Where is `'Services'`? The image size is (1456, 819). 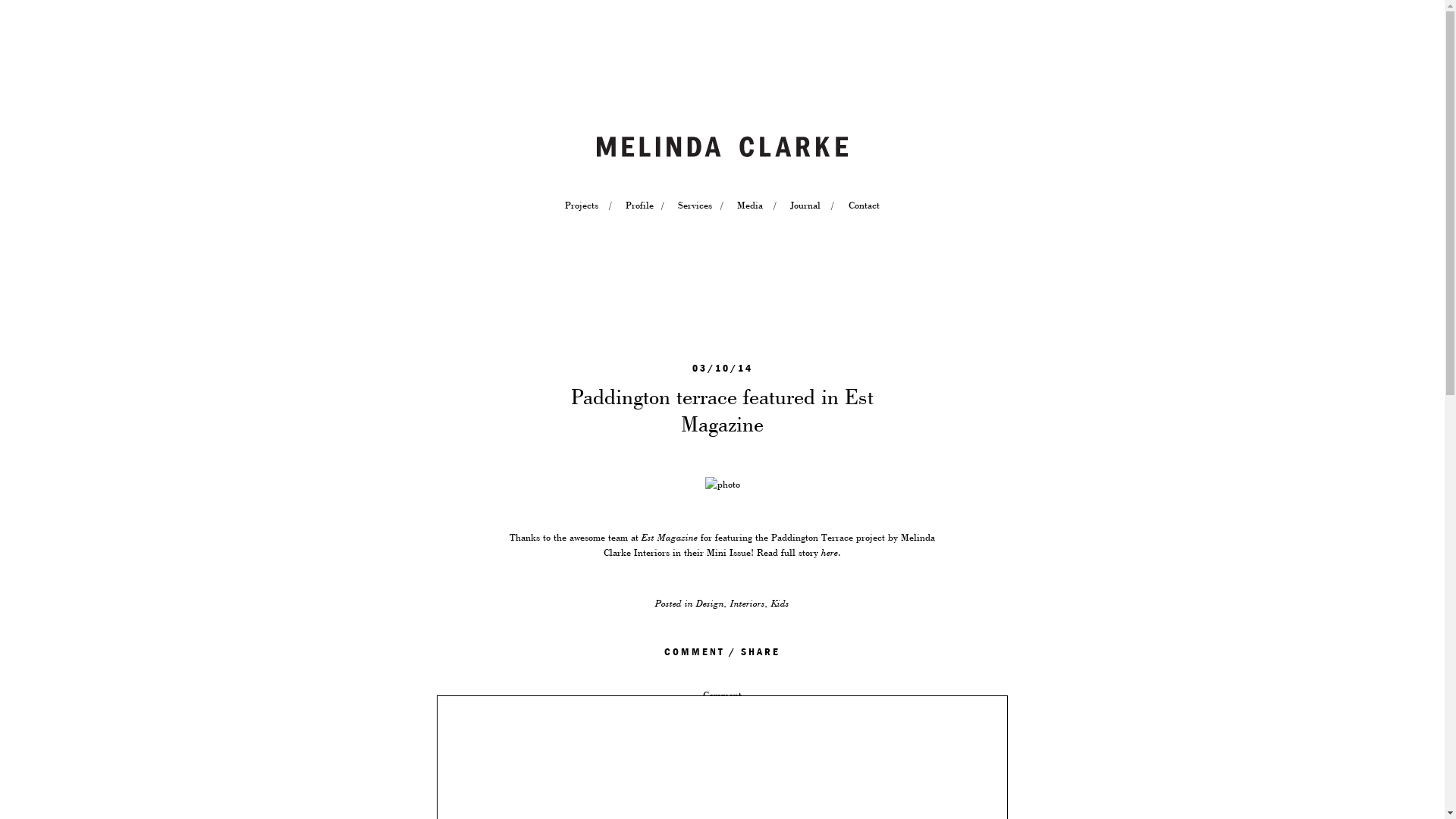
'Services' is located at coordinates (676, 205).